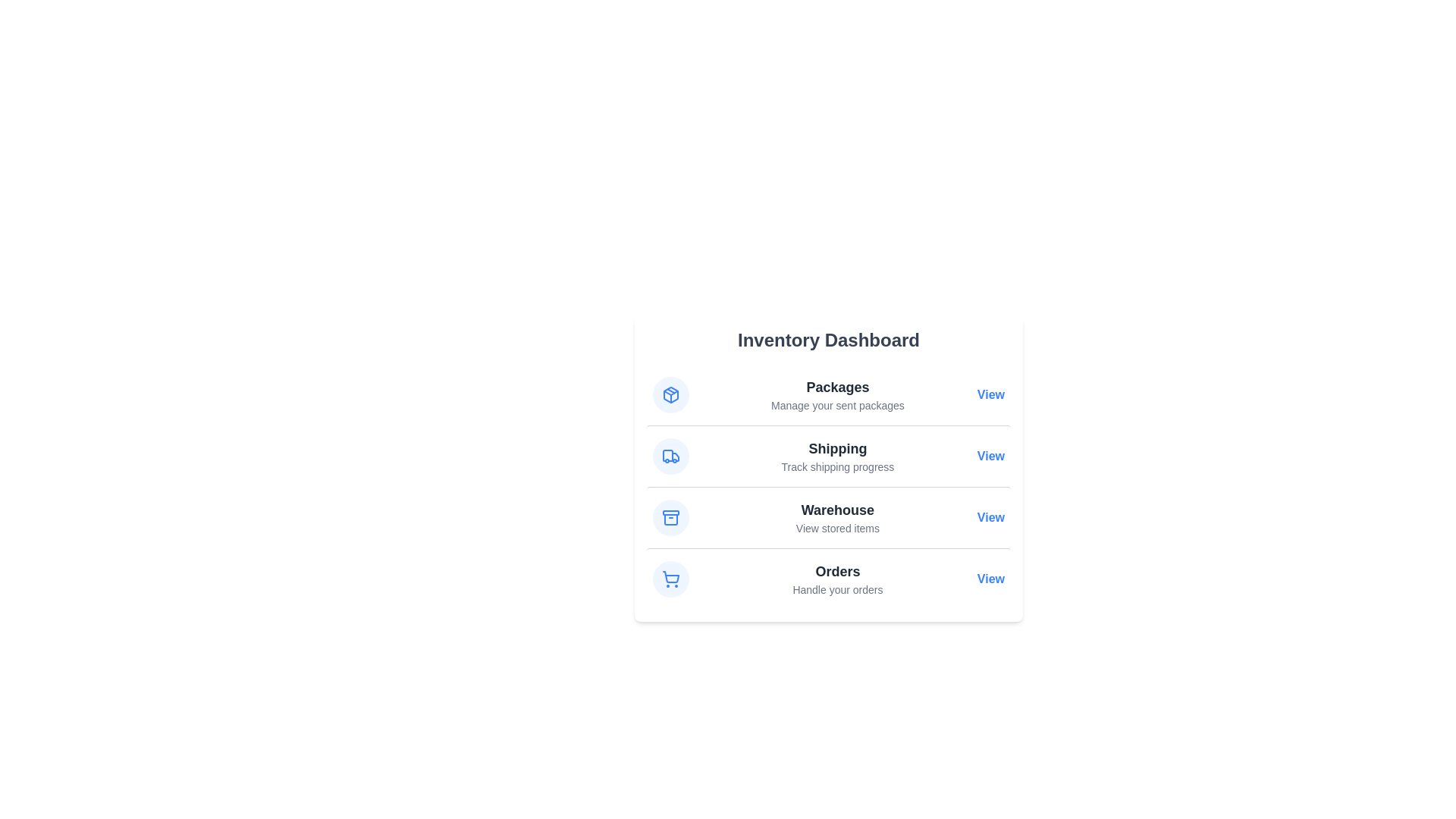  Describe the element at coordinates (990, 516) in the screenshot. I see `the 'View' link for Warehouse` at that location.